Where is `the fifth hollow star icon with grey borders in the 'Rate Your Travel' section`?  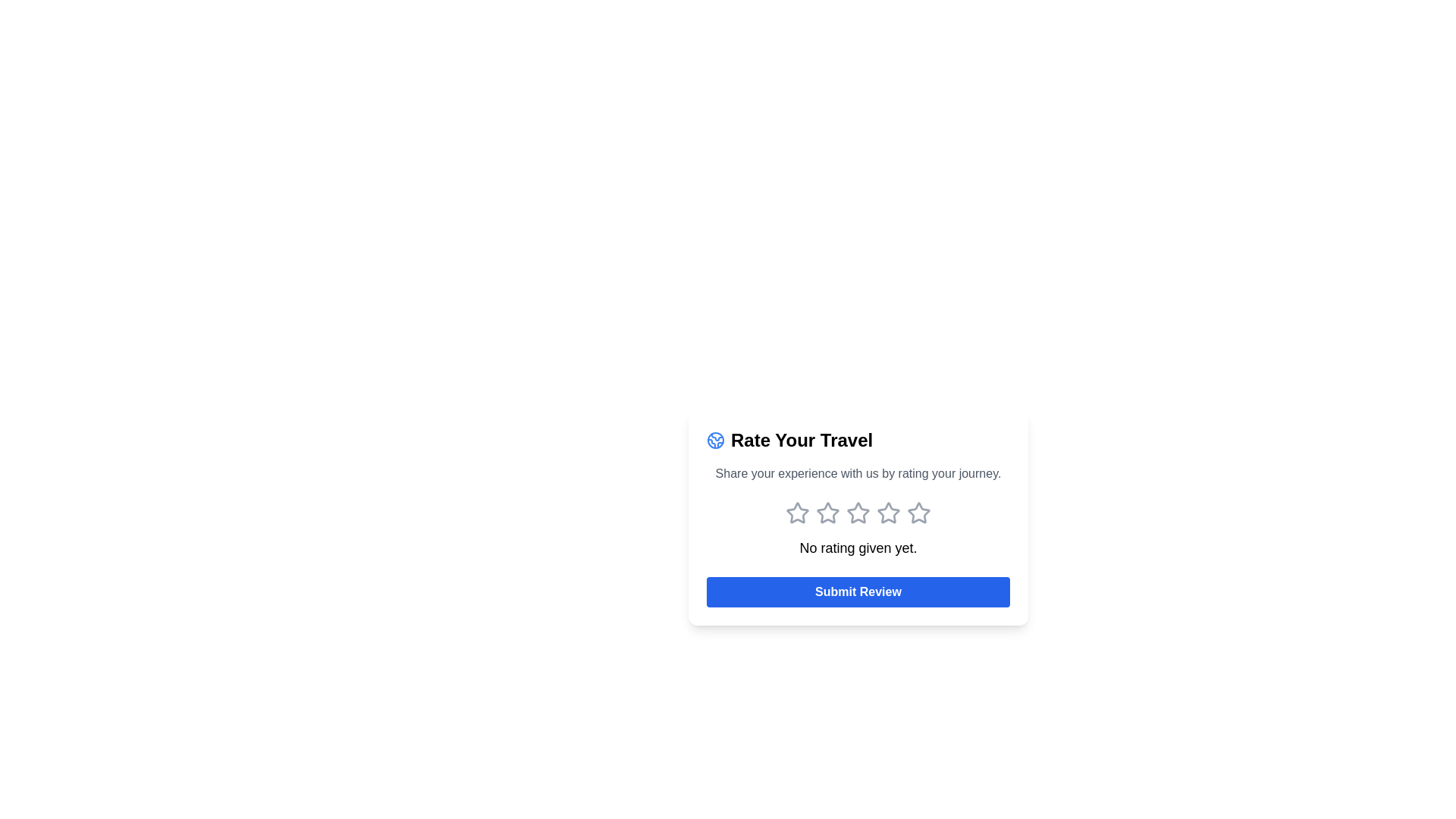 the fifth hollow star icon with grey borders in the 'Rate Your Travel' section is located at coordinates (917, 512).